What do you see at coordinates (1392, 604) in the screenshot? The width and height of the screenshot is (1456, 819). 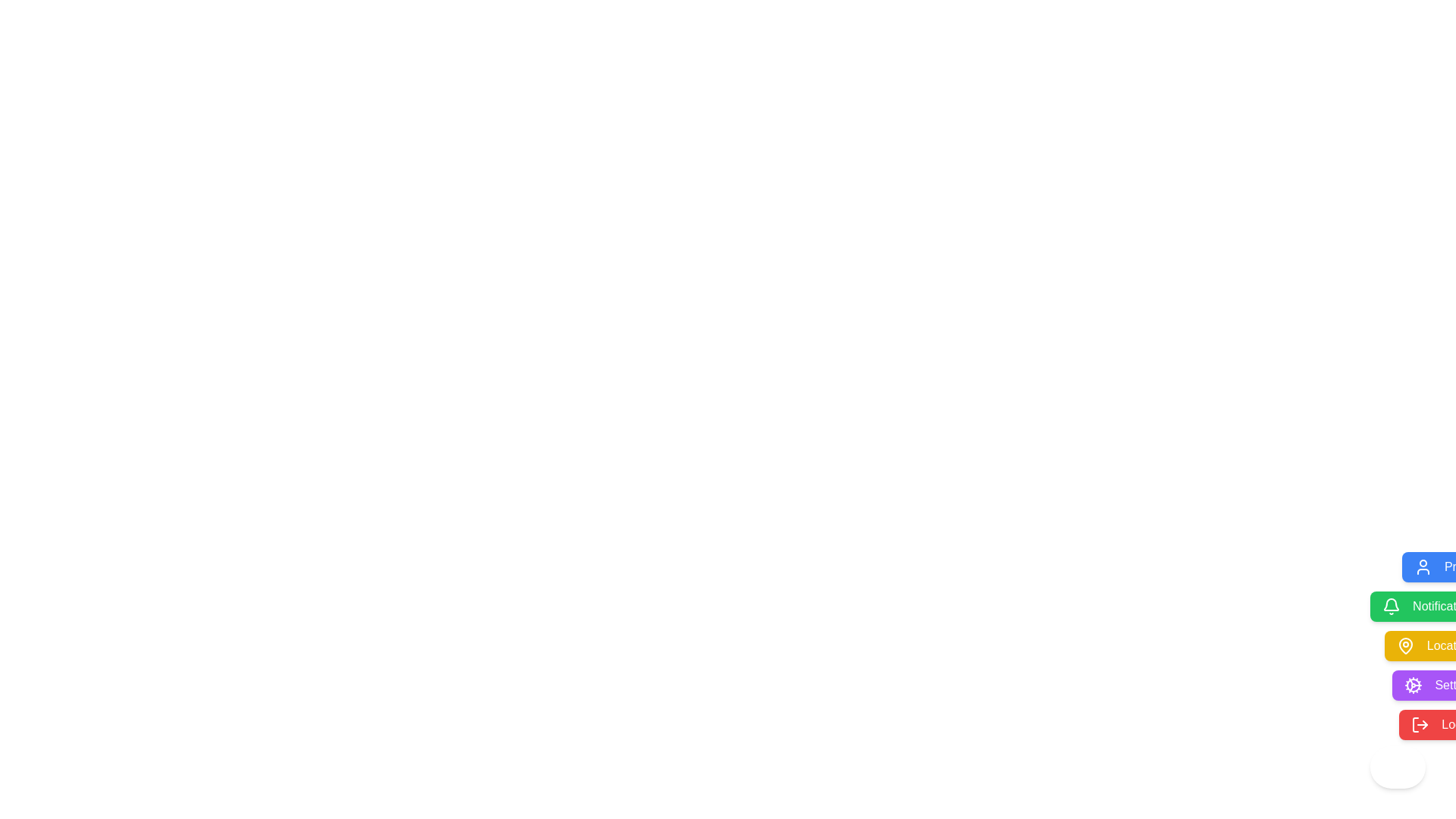 I see `the notification icon located on the right side of the interface, positioned underneath the profile icon and above the location icon` at bounding box center [1392, 604].